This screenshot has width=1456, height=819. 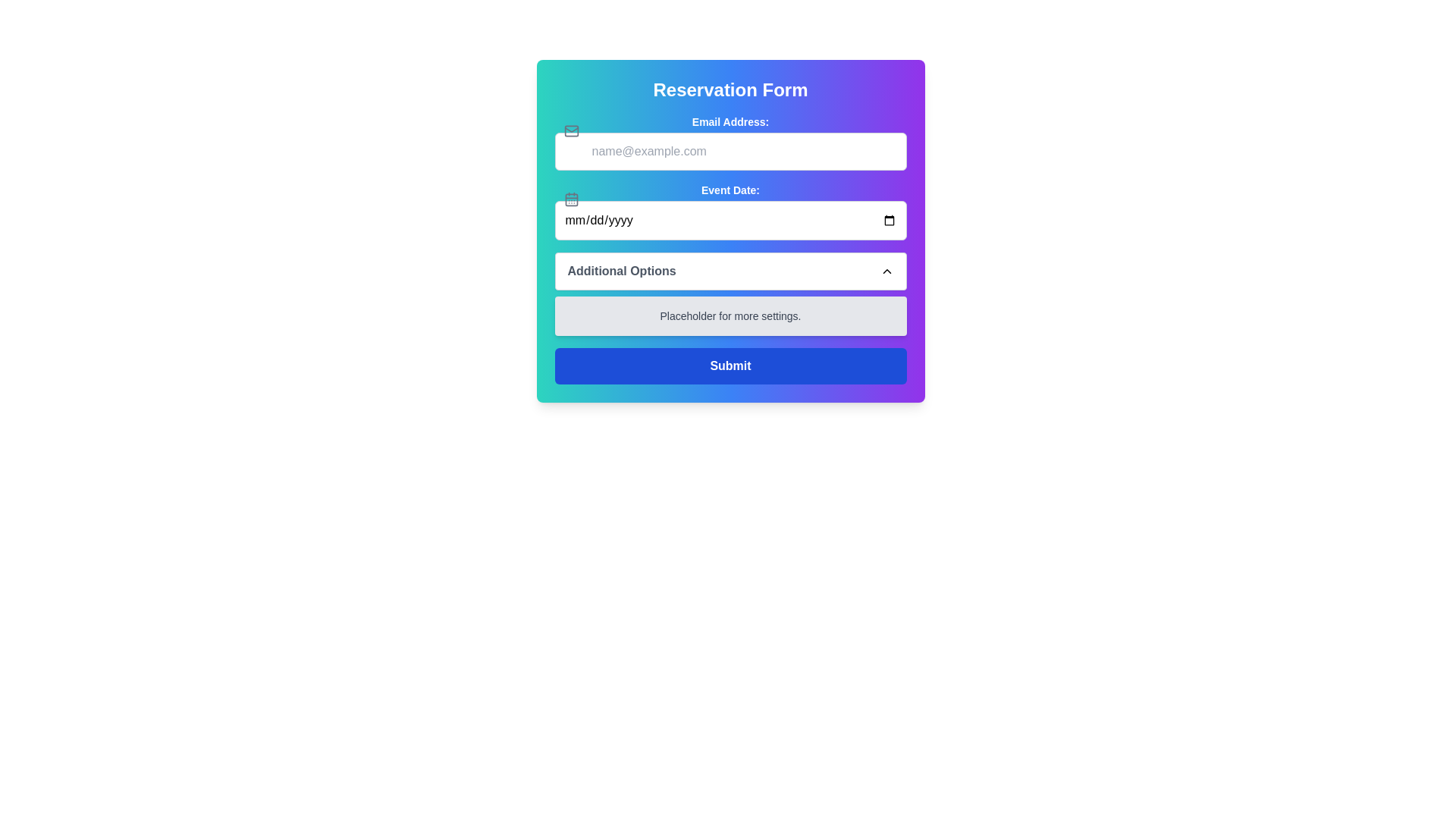 What do you see at coordinates (570, 130) in the screenshot?
I see `the email address input icon located at the top-left corner of the associated email input field, which indicates that the field is for entering an email address` at bounding box center [570, 130].